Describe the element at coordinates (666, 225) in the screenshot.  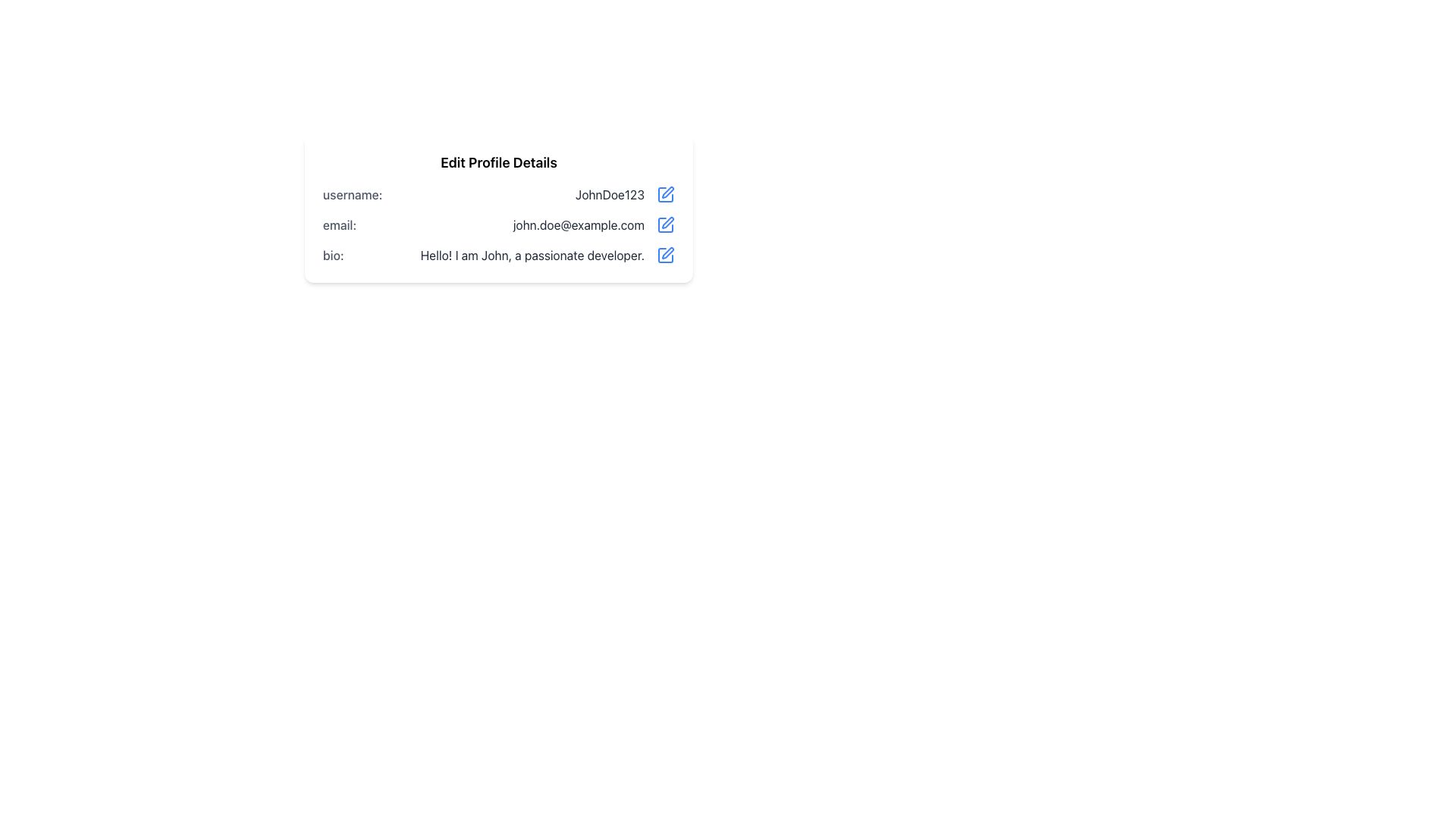
I see `the edit icon button located to the right of the email address 'john.doe@example.com'` at that location.